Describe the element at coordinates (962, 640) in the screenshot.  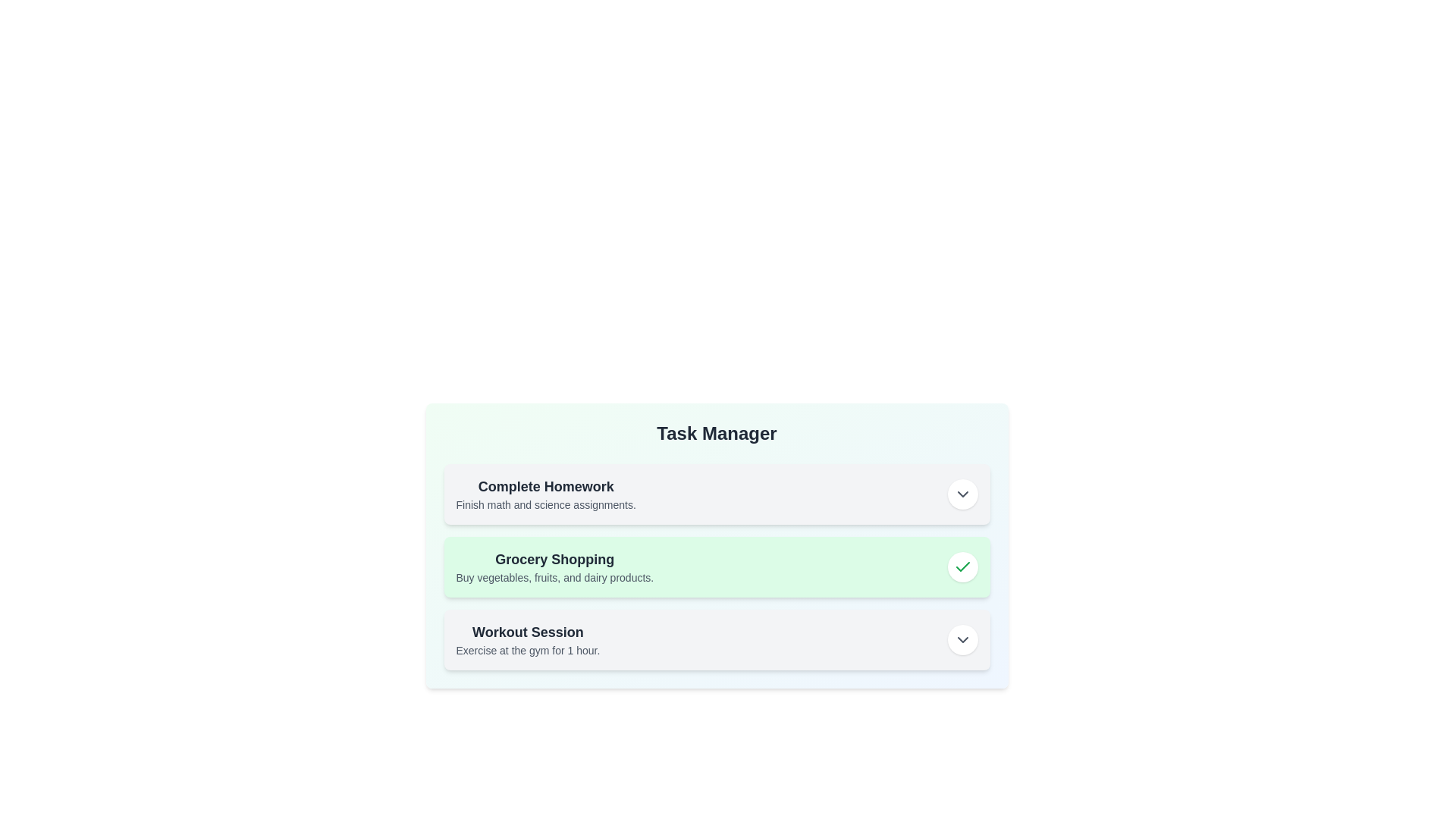
I see `the interactive button for task 'Workout Session'` at that location.